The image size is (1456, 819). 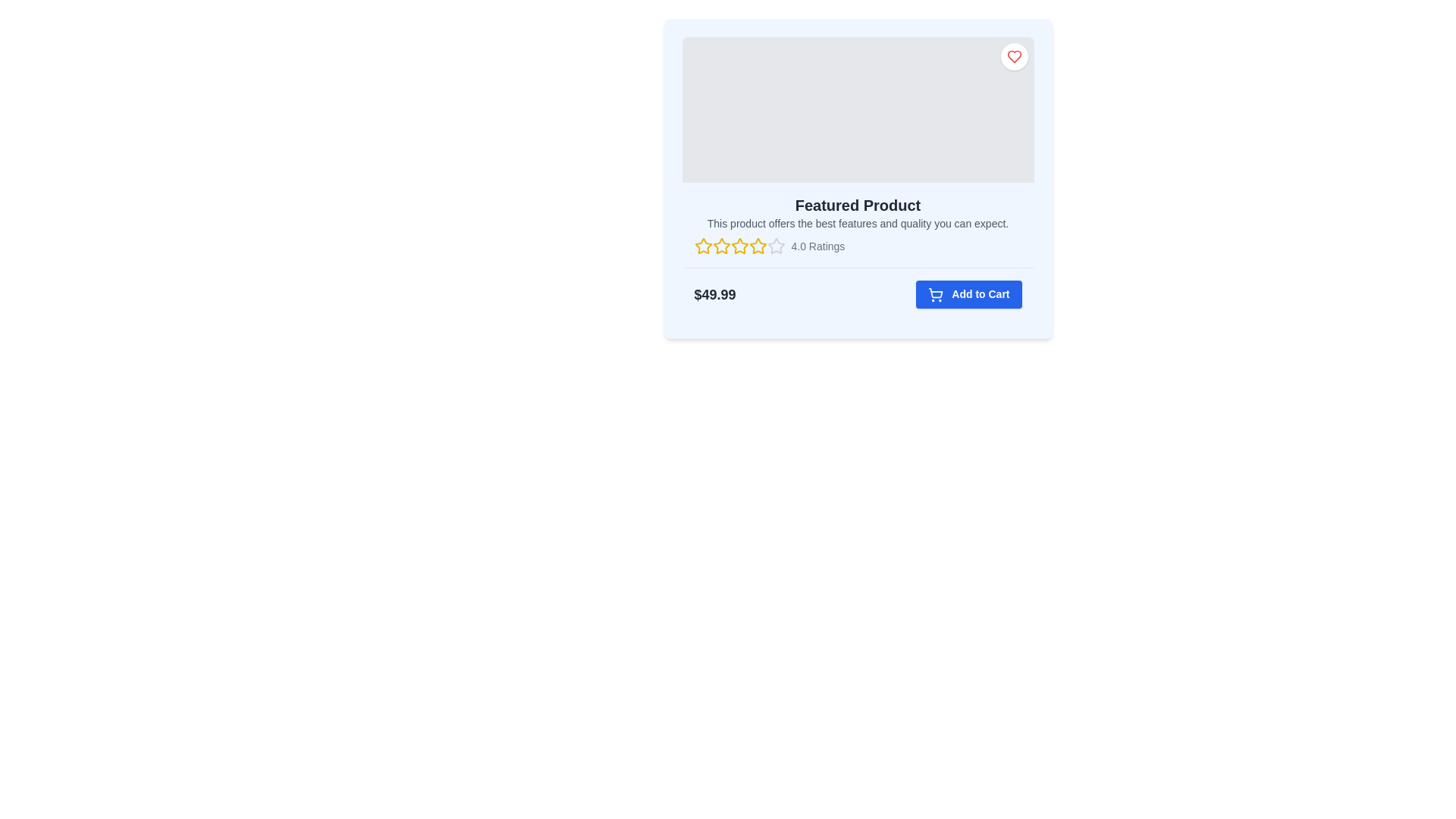 I want to click on the star-shaped icon in the rating system, so click(x=775, y=245).